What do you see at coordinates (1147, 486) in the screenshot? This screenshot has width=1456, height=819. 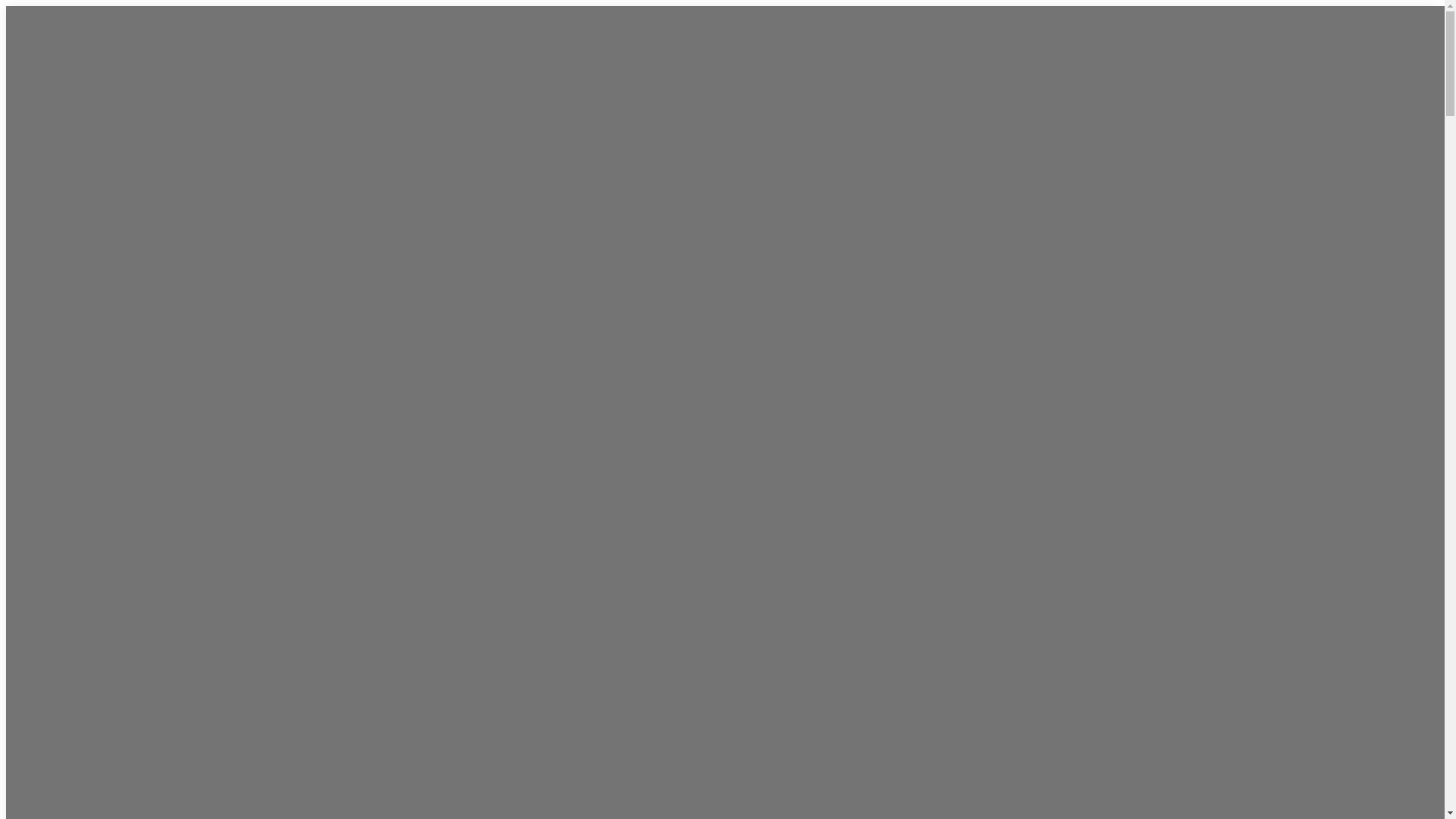 I see `'Search form'` at bounding box center [1147, 486].